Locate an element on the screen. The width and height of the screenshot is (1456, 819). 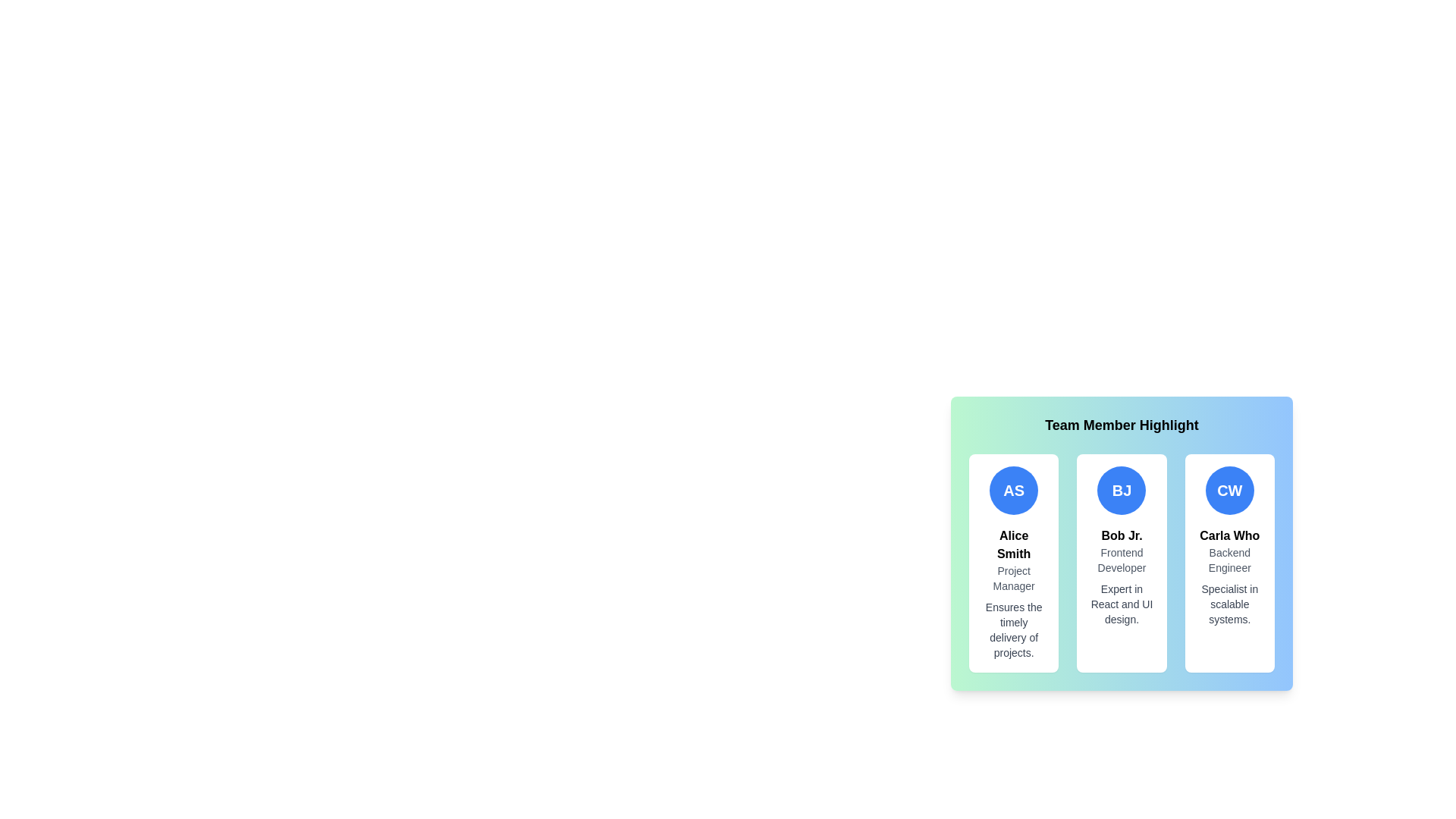
the text label displaying the name of the person in the profile card, located below the circular badge labeled 'AS' and above the text 'Project Manager' is located at coordinates (1014, 544).